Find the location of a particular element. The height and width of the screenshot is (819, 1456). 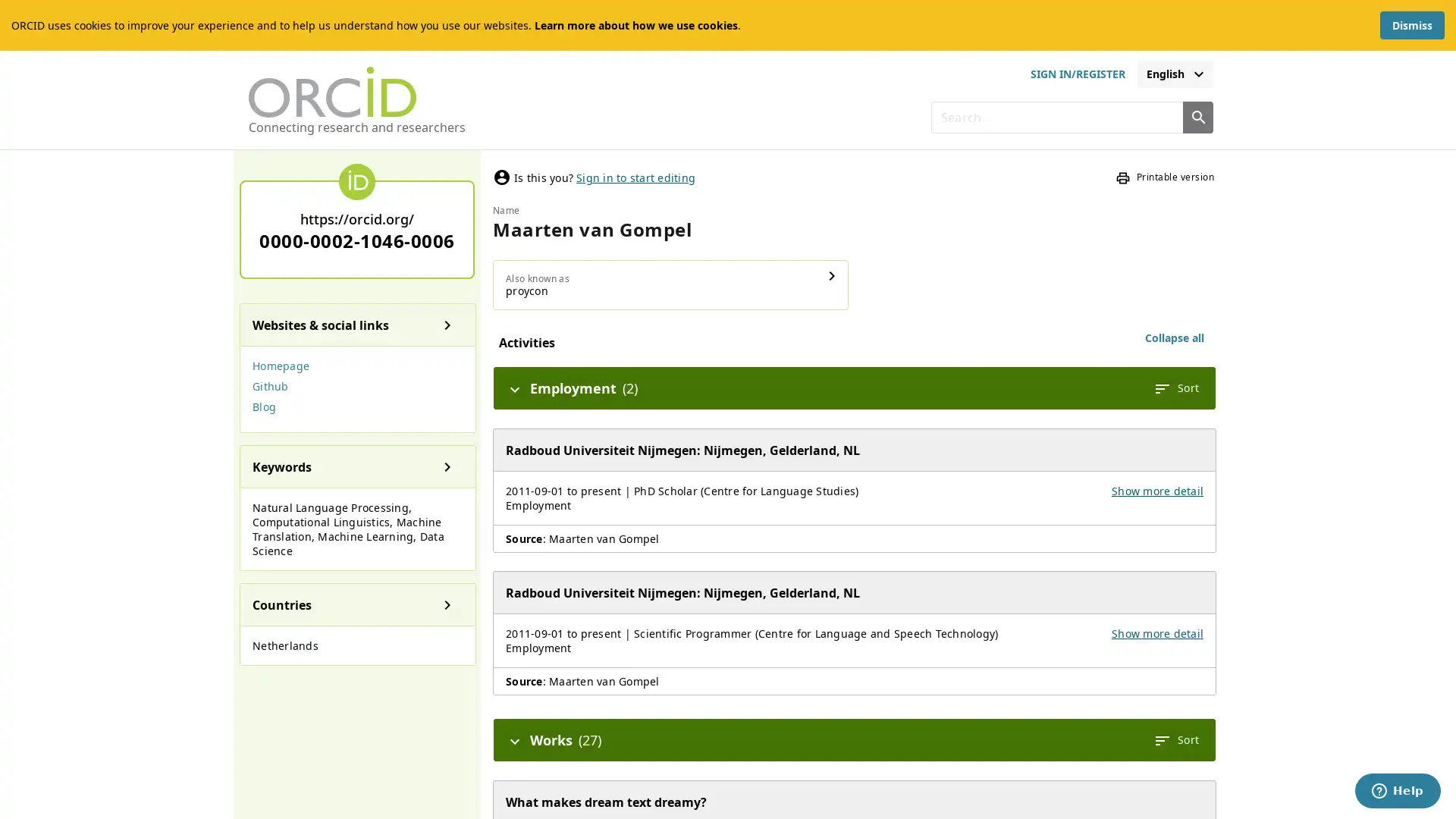

sign in or register is located at coordinates (1076, 74).